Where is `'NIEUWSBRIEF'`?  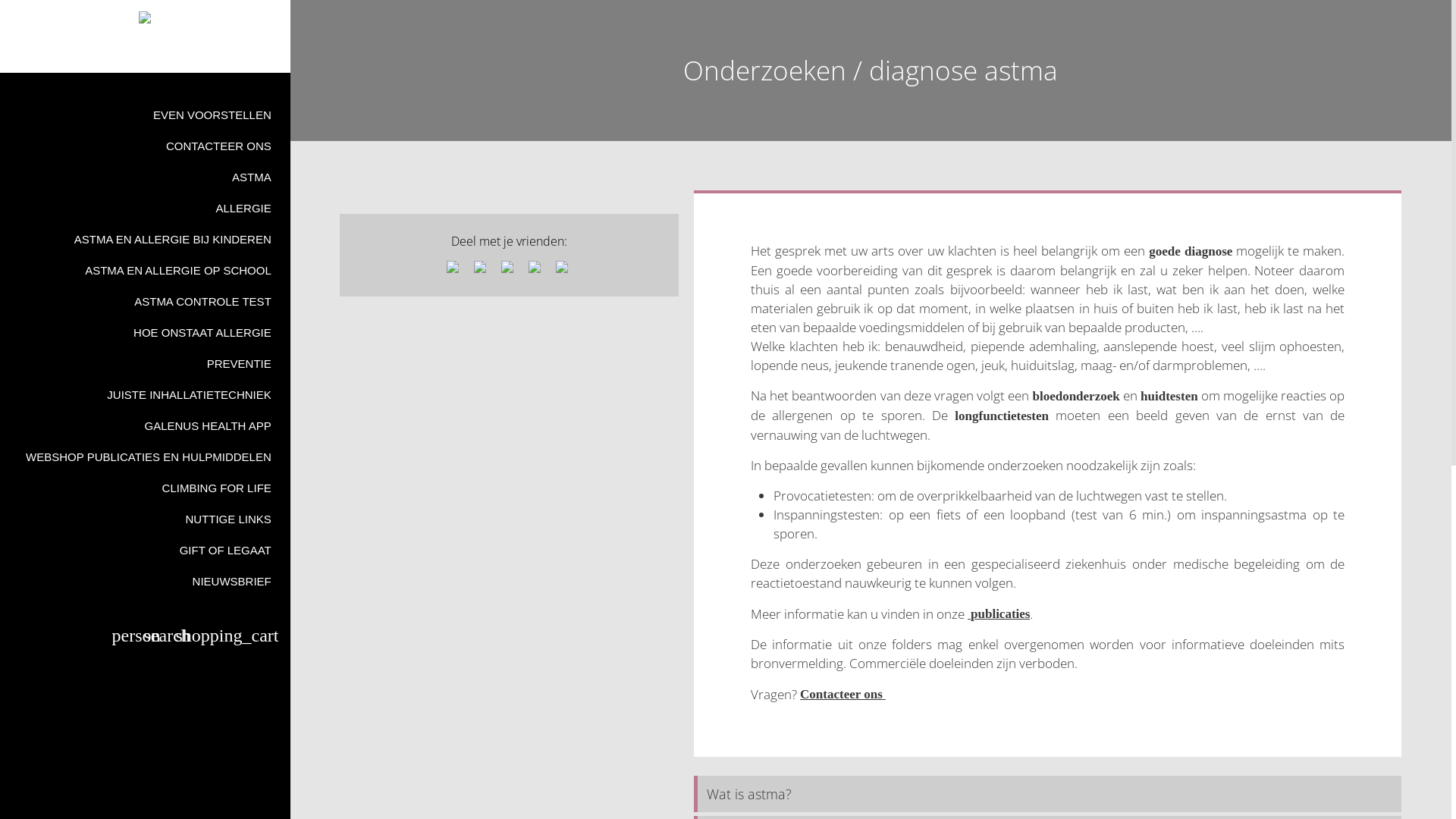
'NIEUWSBRIEF' is located at coordinates (0, 580).